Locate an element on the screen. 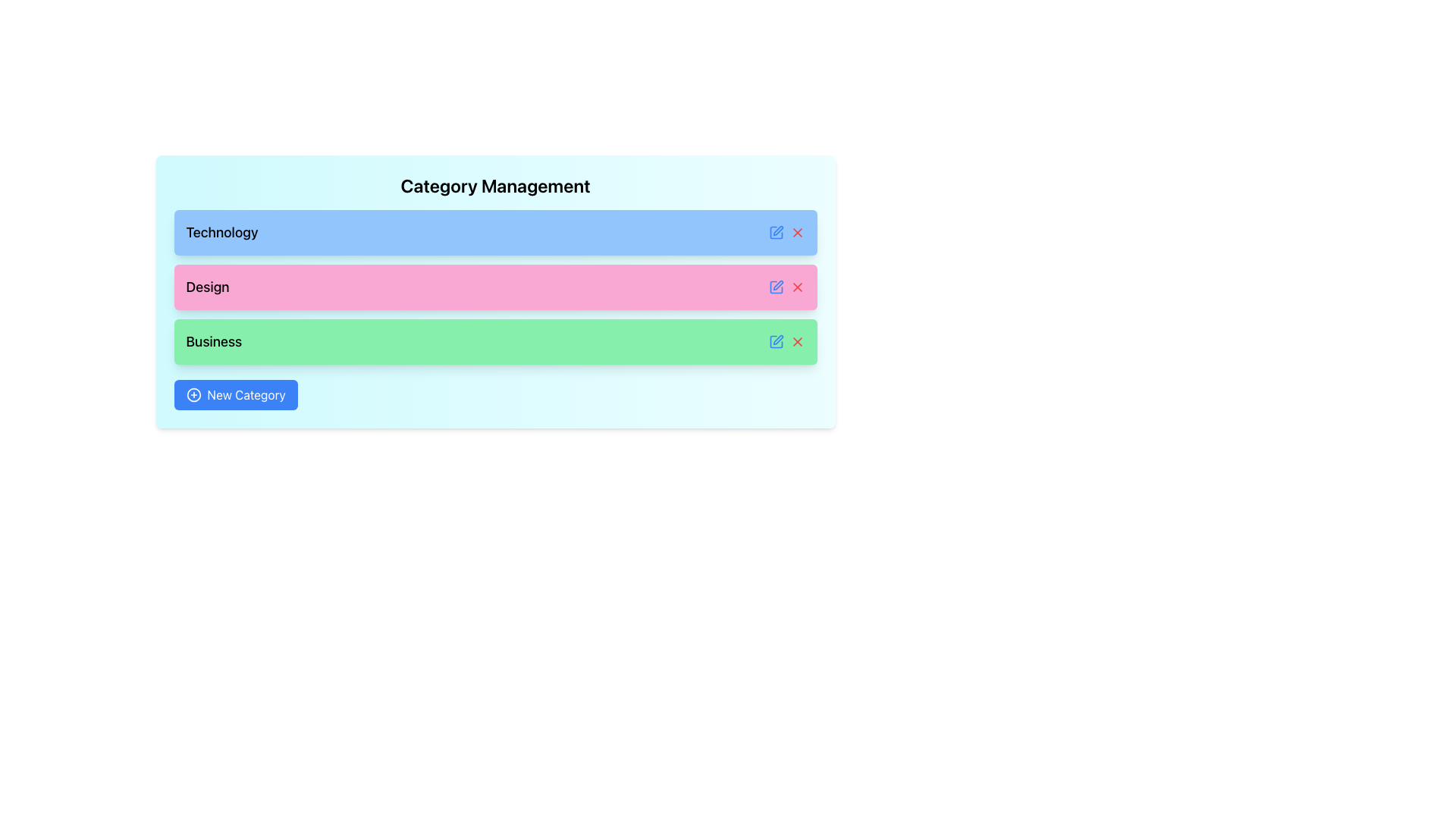 This screenshot has height=819, width=1456. the 'edit' button in the 'Design' category is located at coordinates (776, 287).